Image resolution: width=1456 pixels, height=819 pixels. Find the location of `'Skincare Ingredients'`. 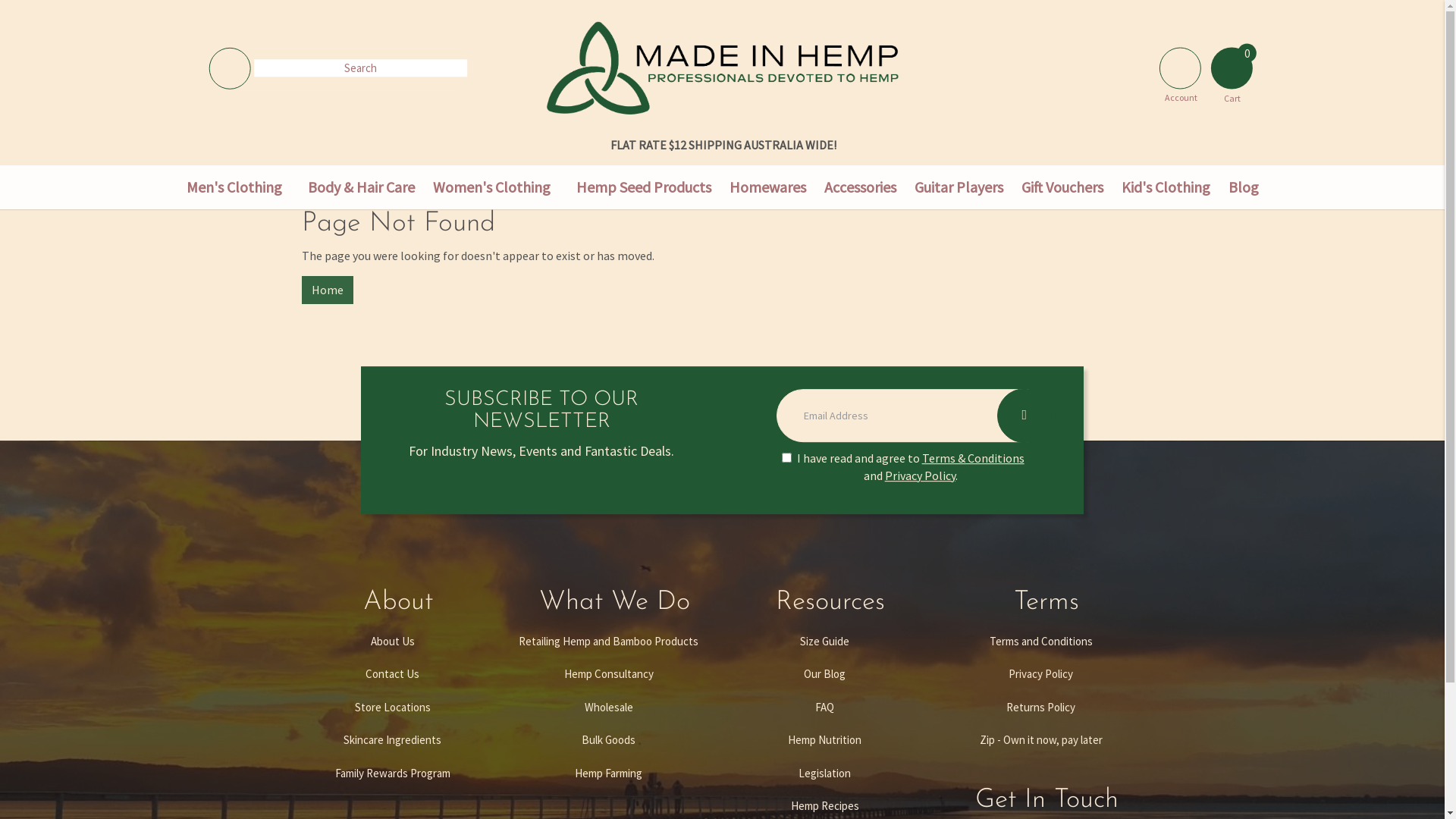

'Skincare Ingredients' is located at coordinates (392, 739).